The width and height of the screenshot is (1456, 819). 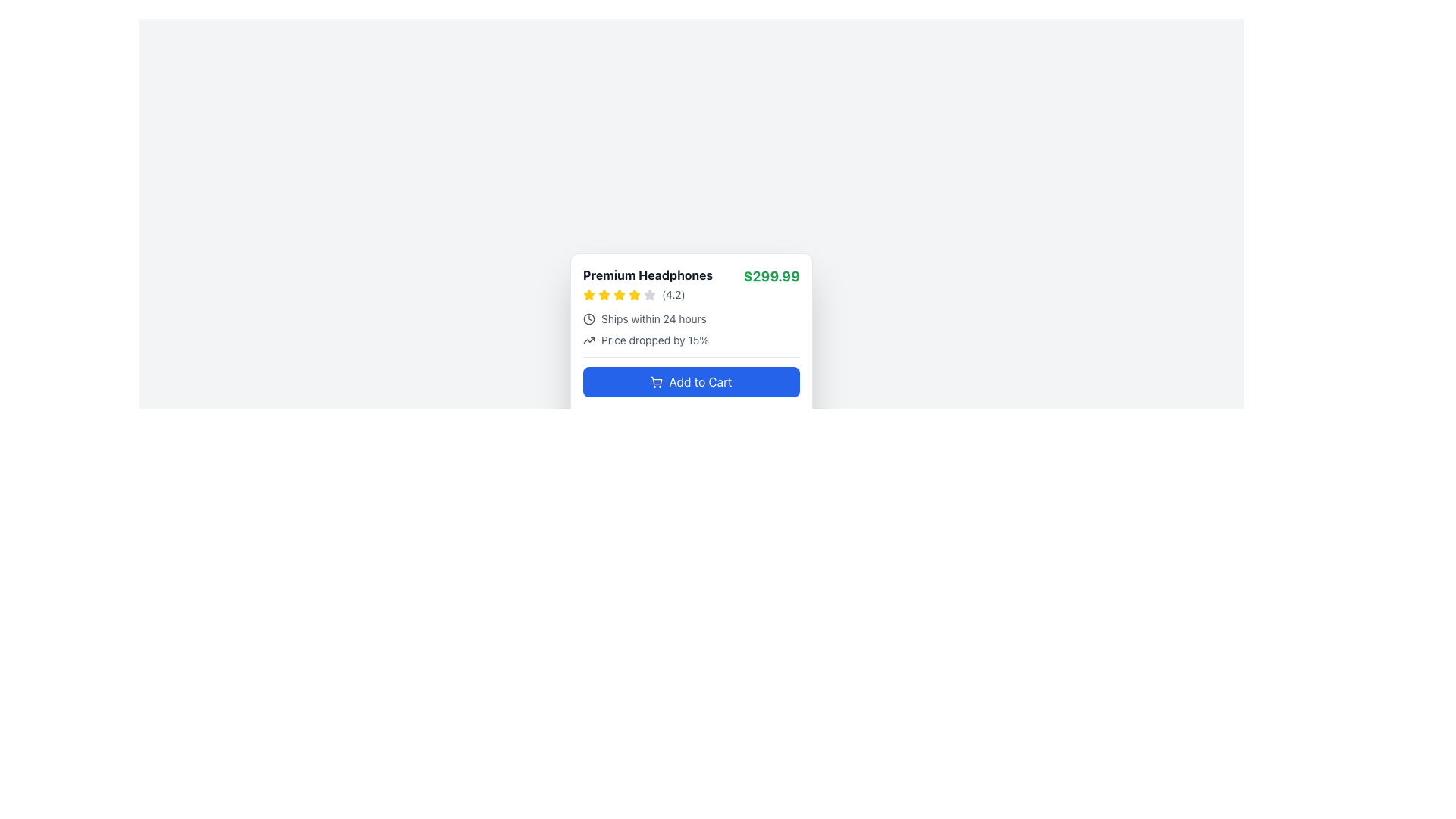 What do you see at coordinates (603, 294) in the screenshot?
I see `the first yellow filled star icon in the rating system to interact with the rating system` at bounding box center [603, 294].